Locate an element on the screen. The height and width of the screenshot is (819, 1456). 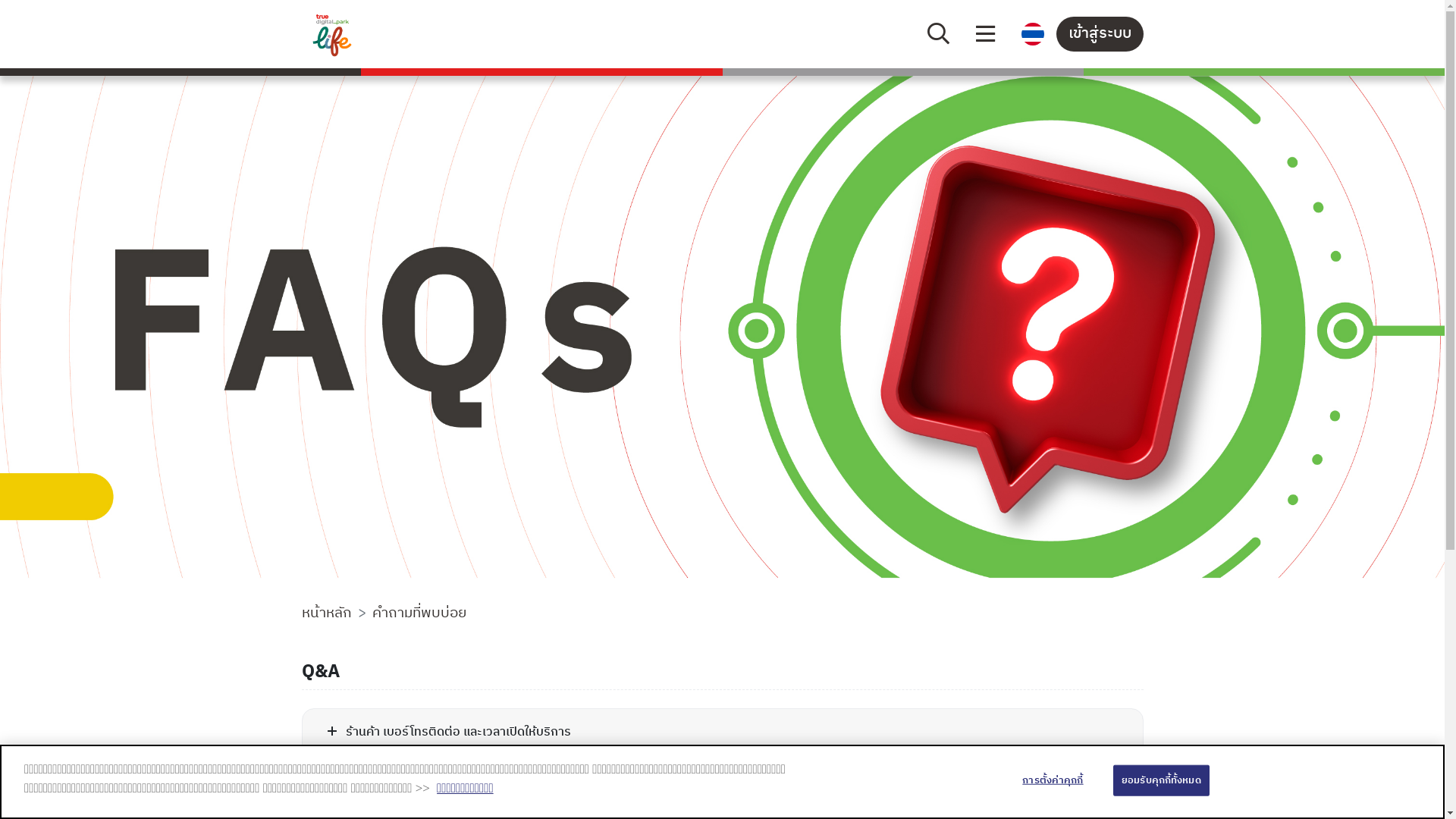
'101 True Digital Park' is located at coordinates (398, 34).